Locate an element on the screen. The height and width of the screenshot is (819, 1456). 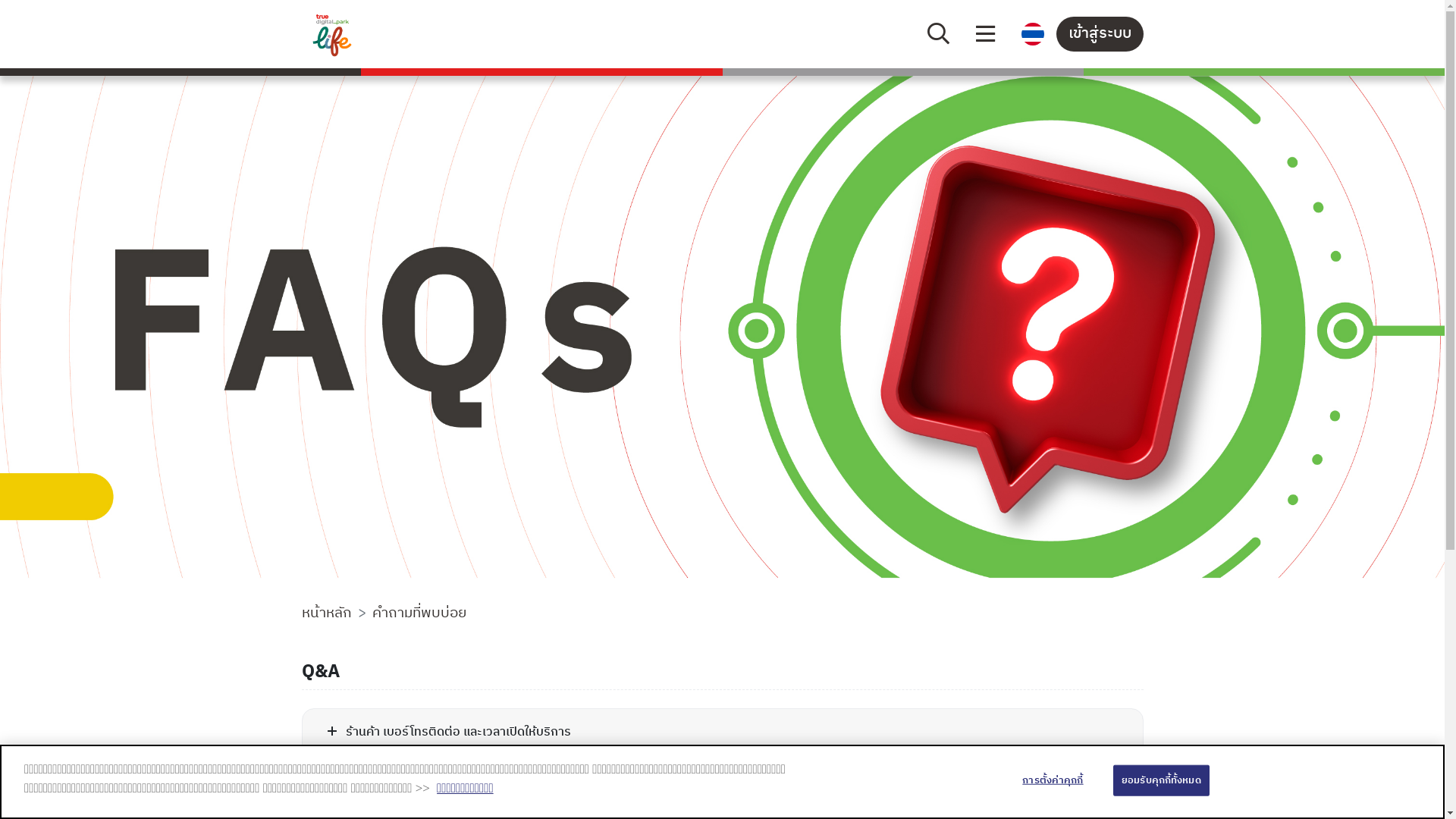
'101 True Digital Park' is located at coordinates (398, 34).